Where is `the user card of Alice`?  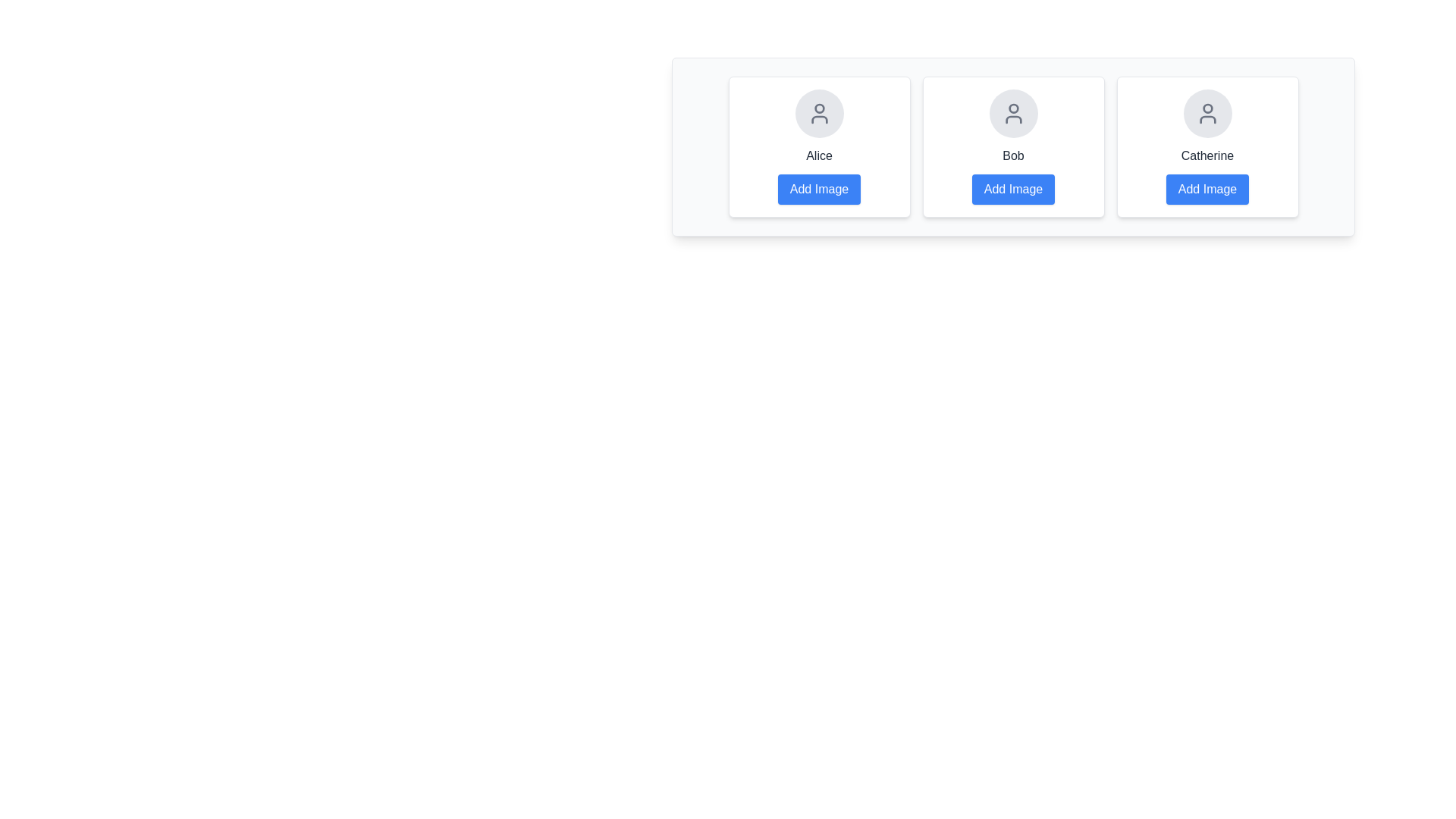
the user card of Alice is located at coordinates (818, 146).